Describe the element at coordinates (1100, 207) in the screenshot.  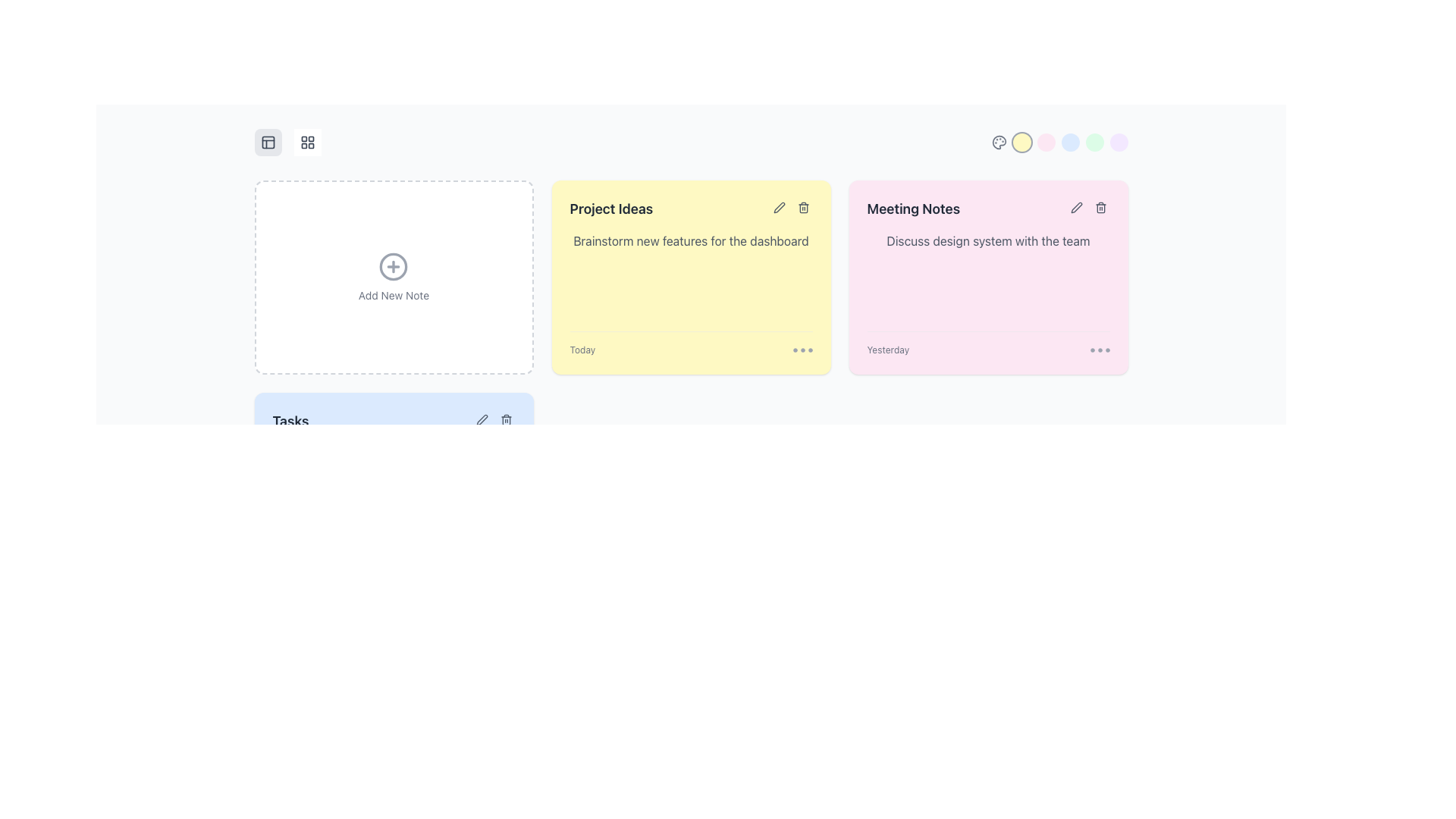
I see `the delete button with a trash can icon located within the 'Meeting Notes' card` at that location.